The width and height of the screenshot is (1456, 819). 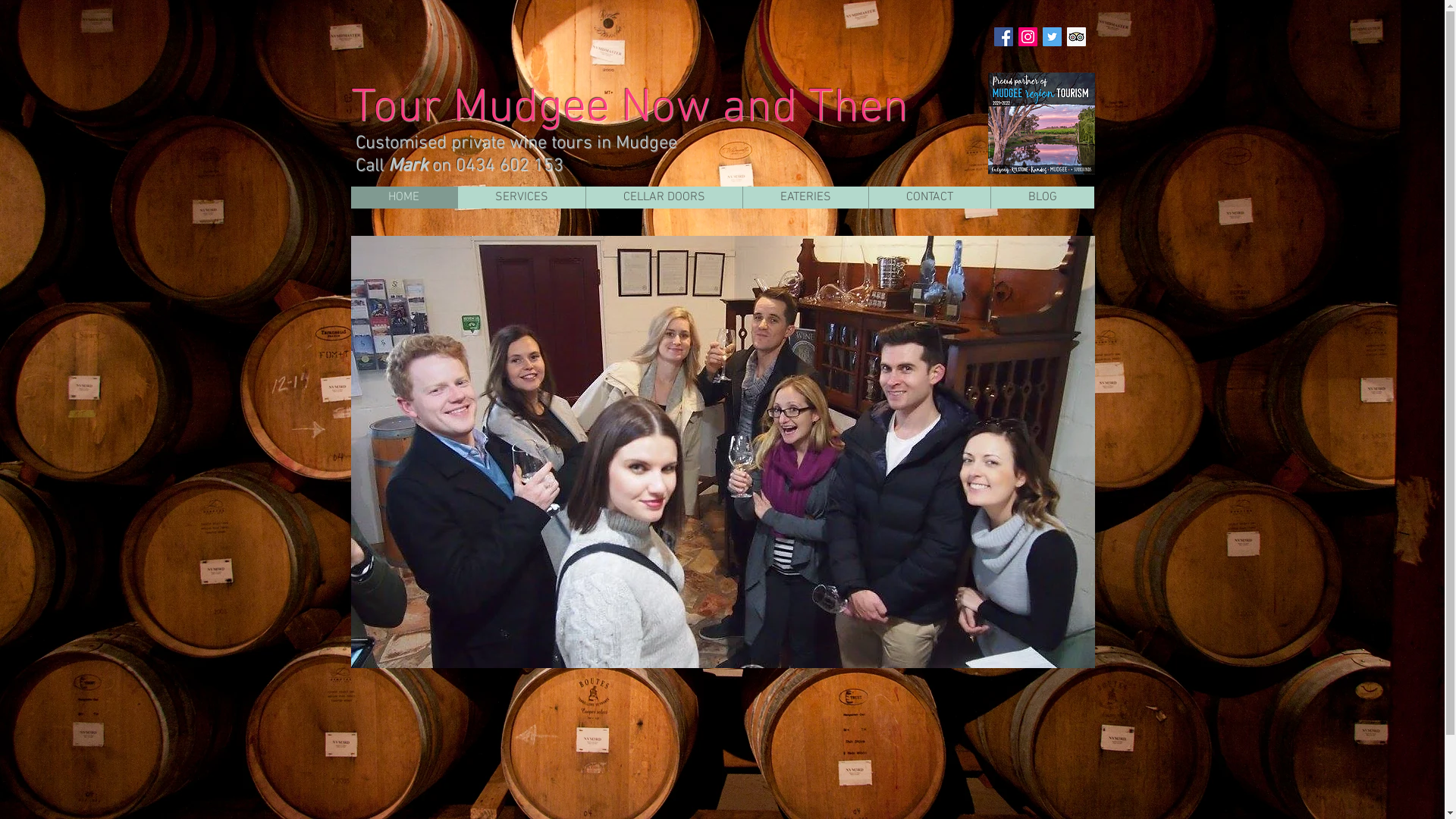 What do you see at coordinates (520, 196) in the screenshot?
I see `'SERVICES'` at bounding box center [520, 196].